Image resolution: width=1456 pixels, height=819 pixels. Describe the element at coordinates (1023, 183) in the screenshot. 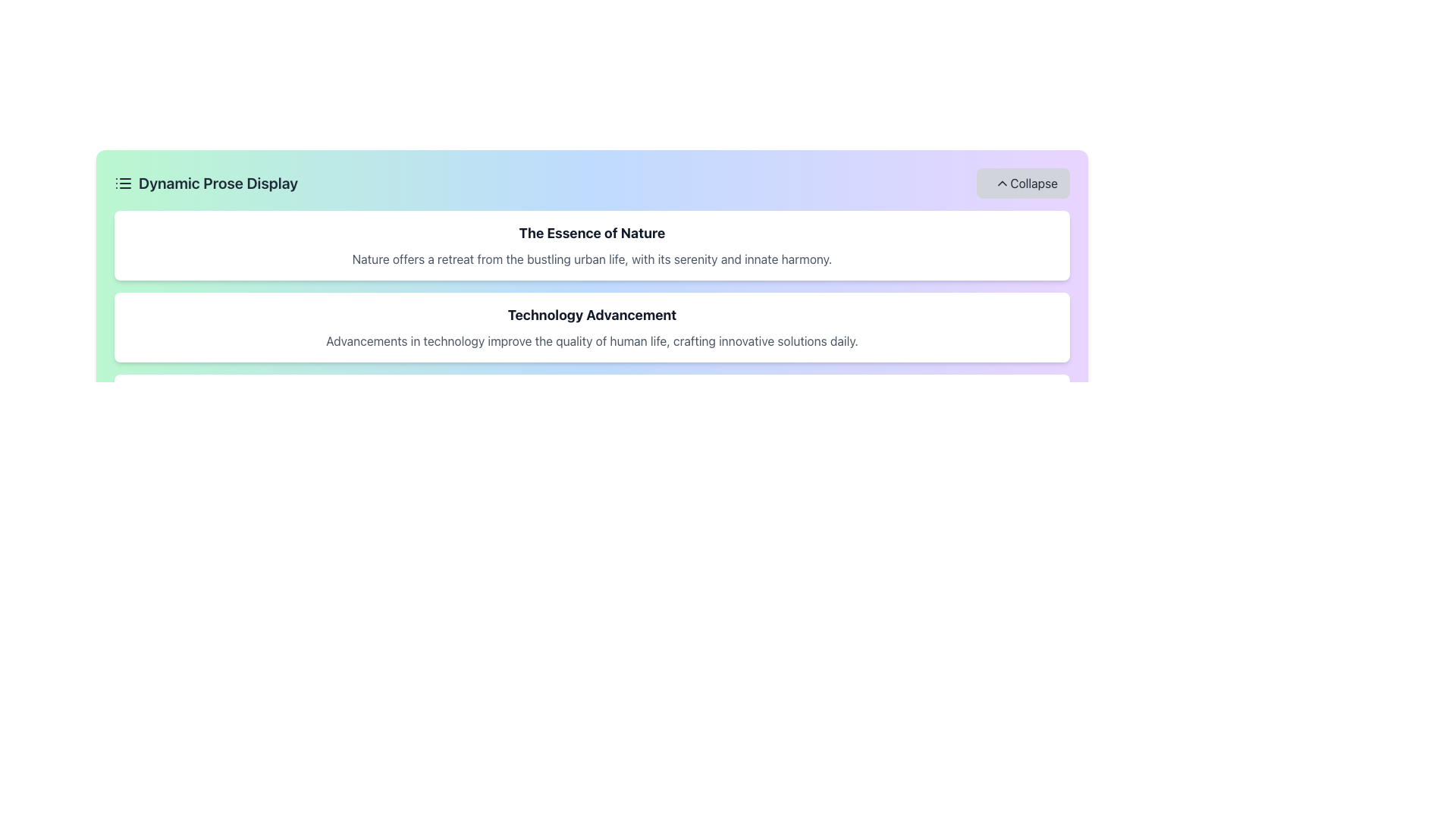

I see `the 'Collapse' button located at the far right of the header section titled 'Dynamic Prose Display'` at that location.